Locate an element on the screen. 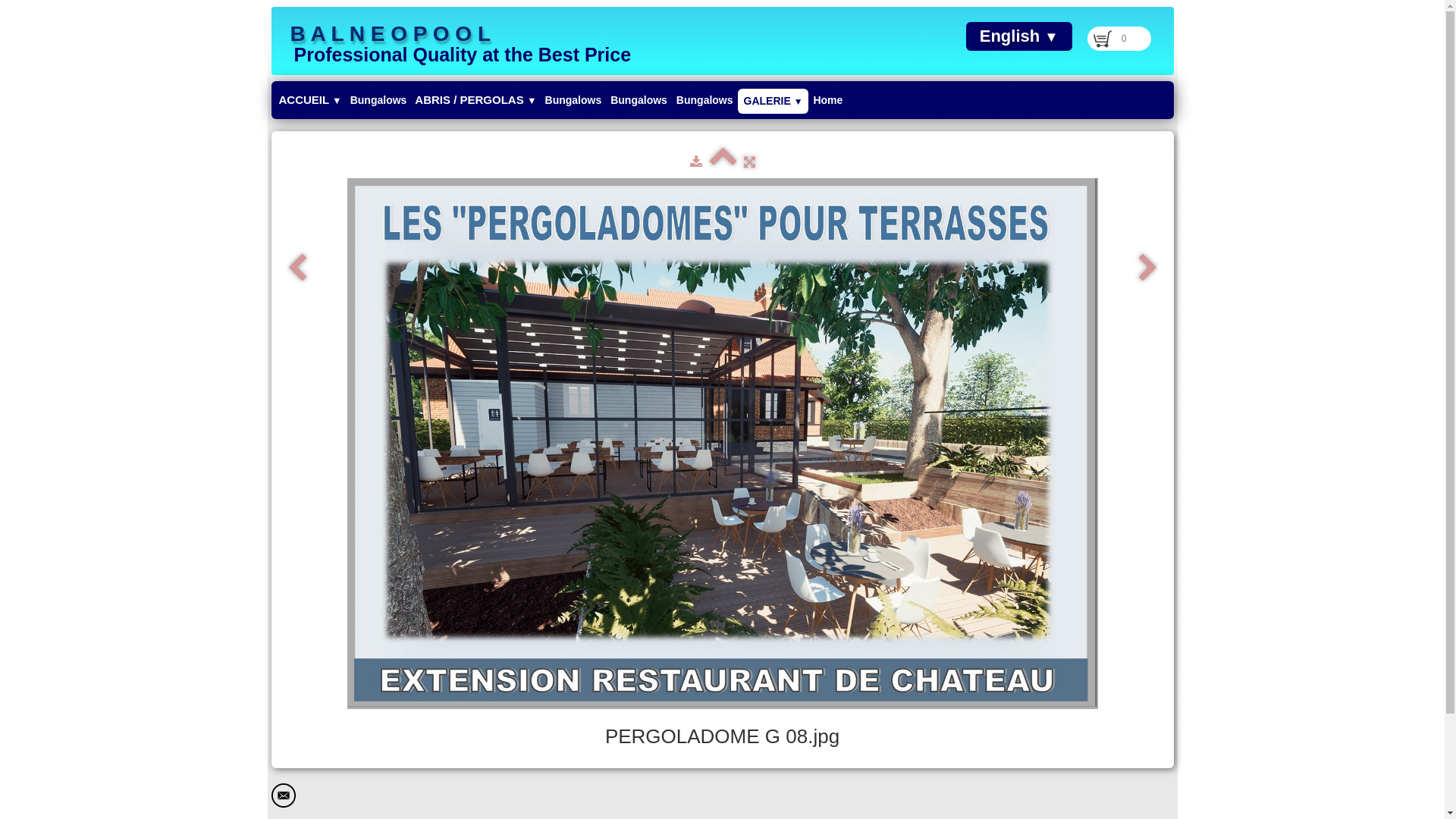 This screenshot has width=1456, height=819. 'Next' is located at coordinates (1147, 268).